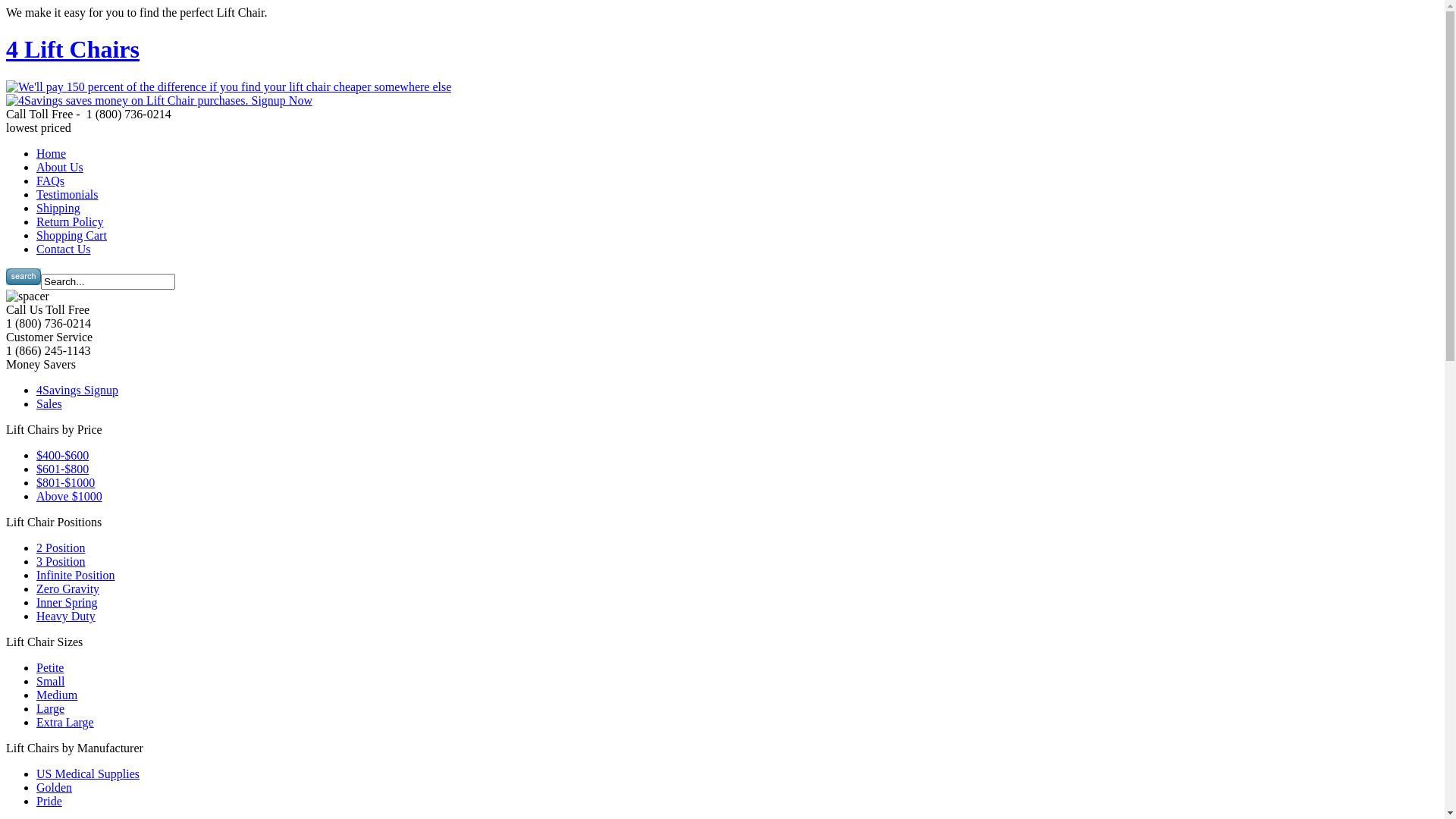 The height and width of the screenshot is (819, 1456). Describe the element at coordinates (71, 235) in the screenshot. I see `'Shopping Cart'` at that location.